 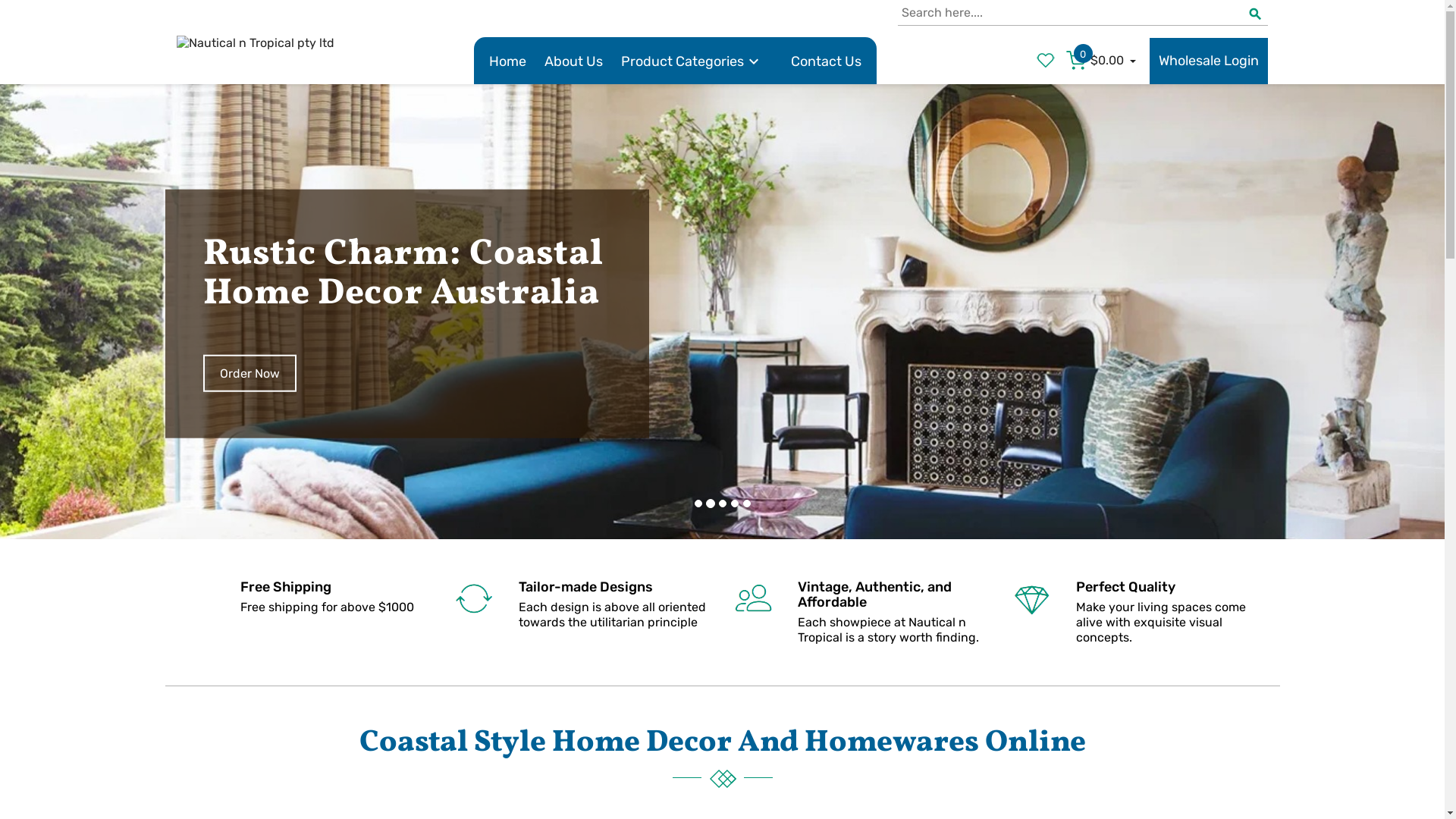 I want to click on 'Wishlist', so click(x=1032, y=59).